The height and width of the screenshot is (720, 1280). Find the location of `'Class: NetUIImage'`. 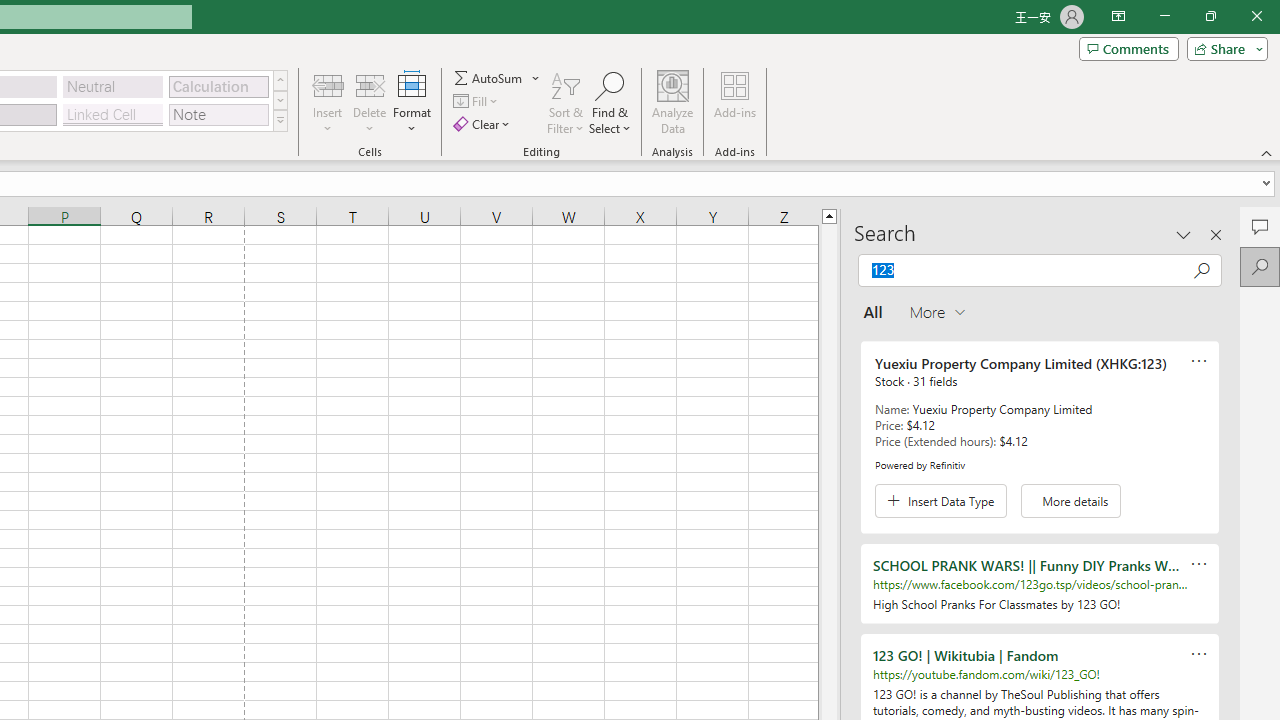

'Class: NetUIImage' is located at coordinates (279, 120).